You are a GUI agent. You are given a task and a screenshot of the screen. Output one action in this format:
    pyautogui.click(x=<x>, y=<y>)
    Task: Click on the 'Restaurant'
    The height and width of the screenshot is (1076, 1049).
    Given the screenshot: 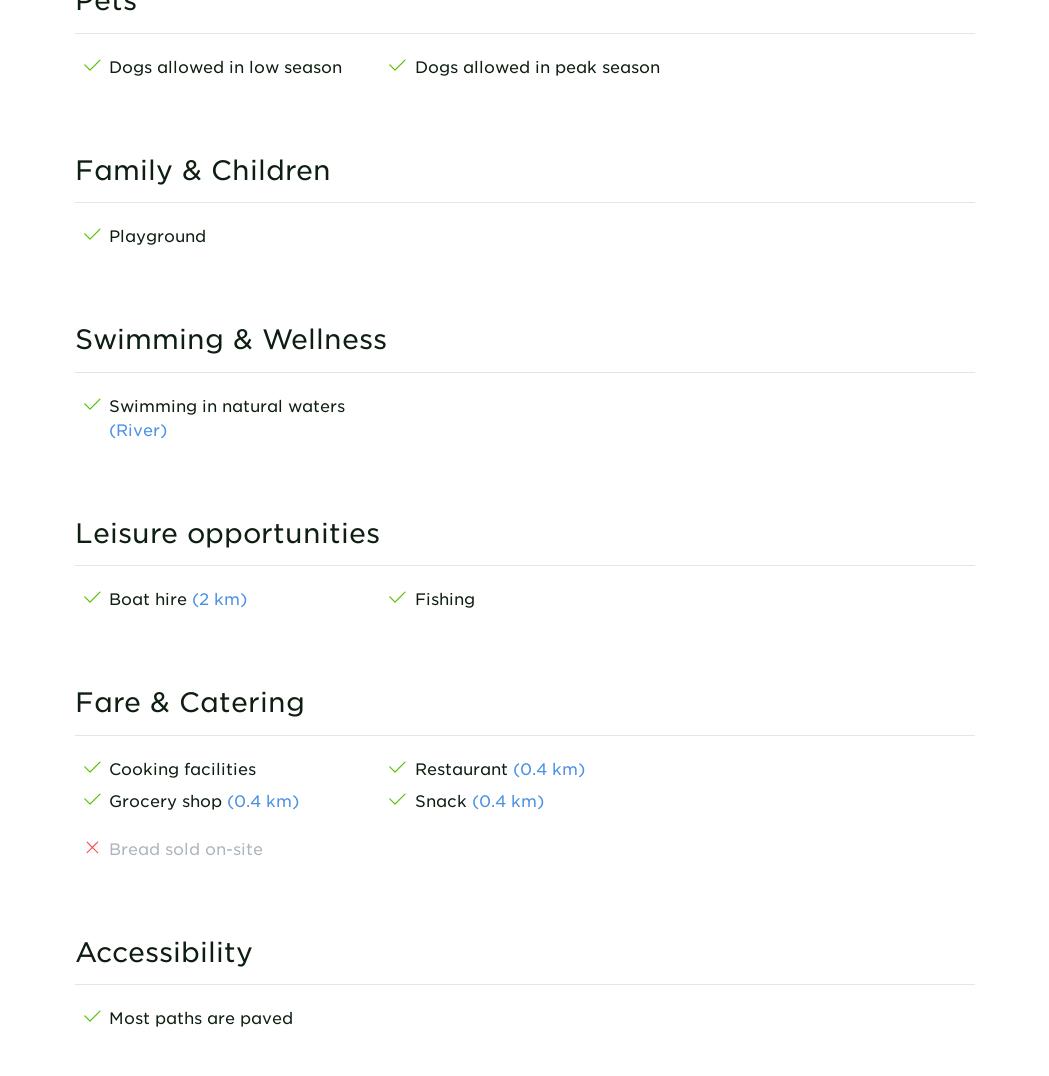 What is the action you would take?
    pyautogui.click(x=460, y=766)
    